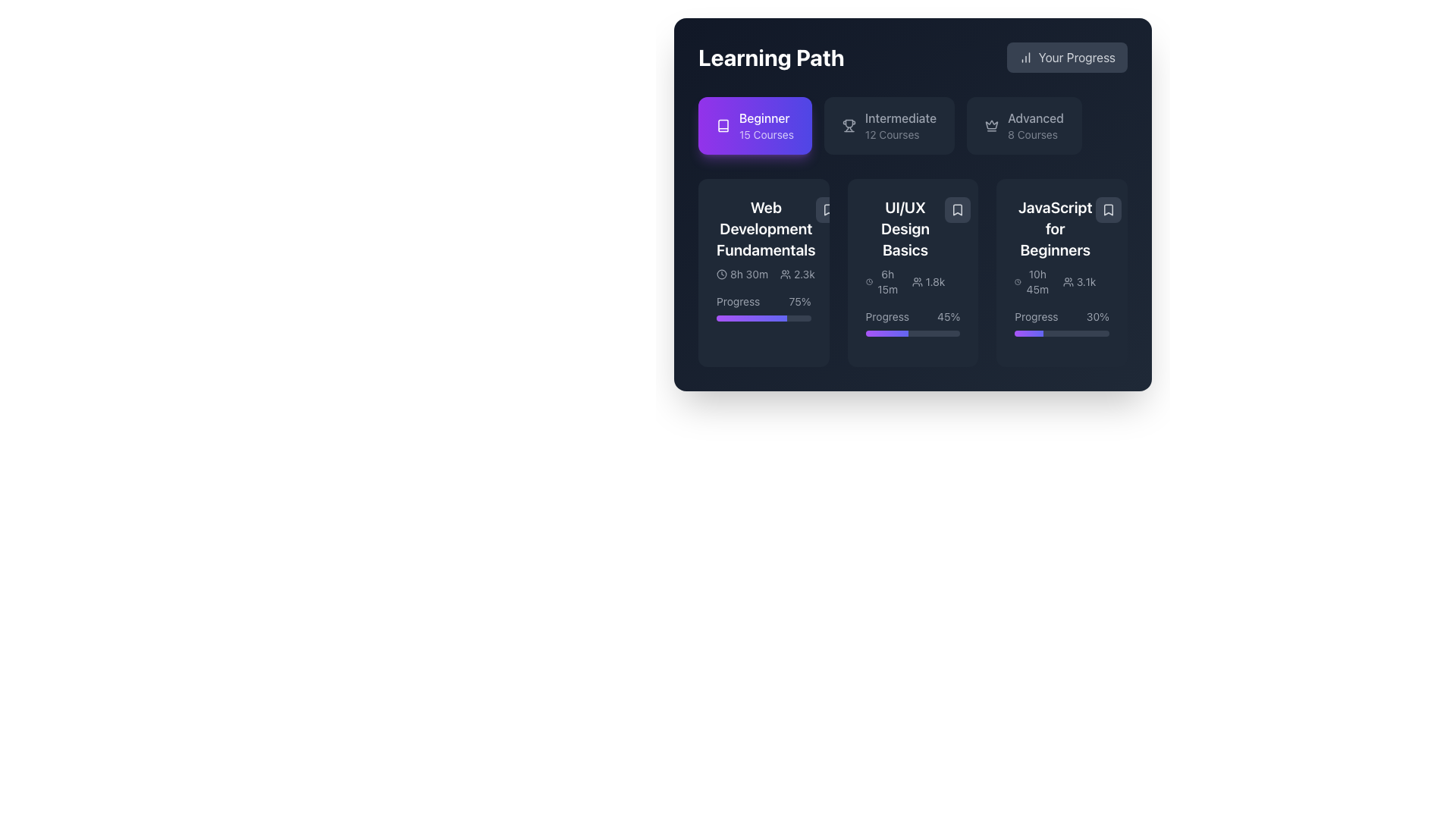  Describe the element at coordinates (1083, 332) in the screenshot. I see `the progress value` at that location.